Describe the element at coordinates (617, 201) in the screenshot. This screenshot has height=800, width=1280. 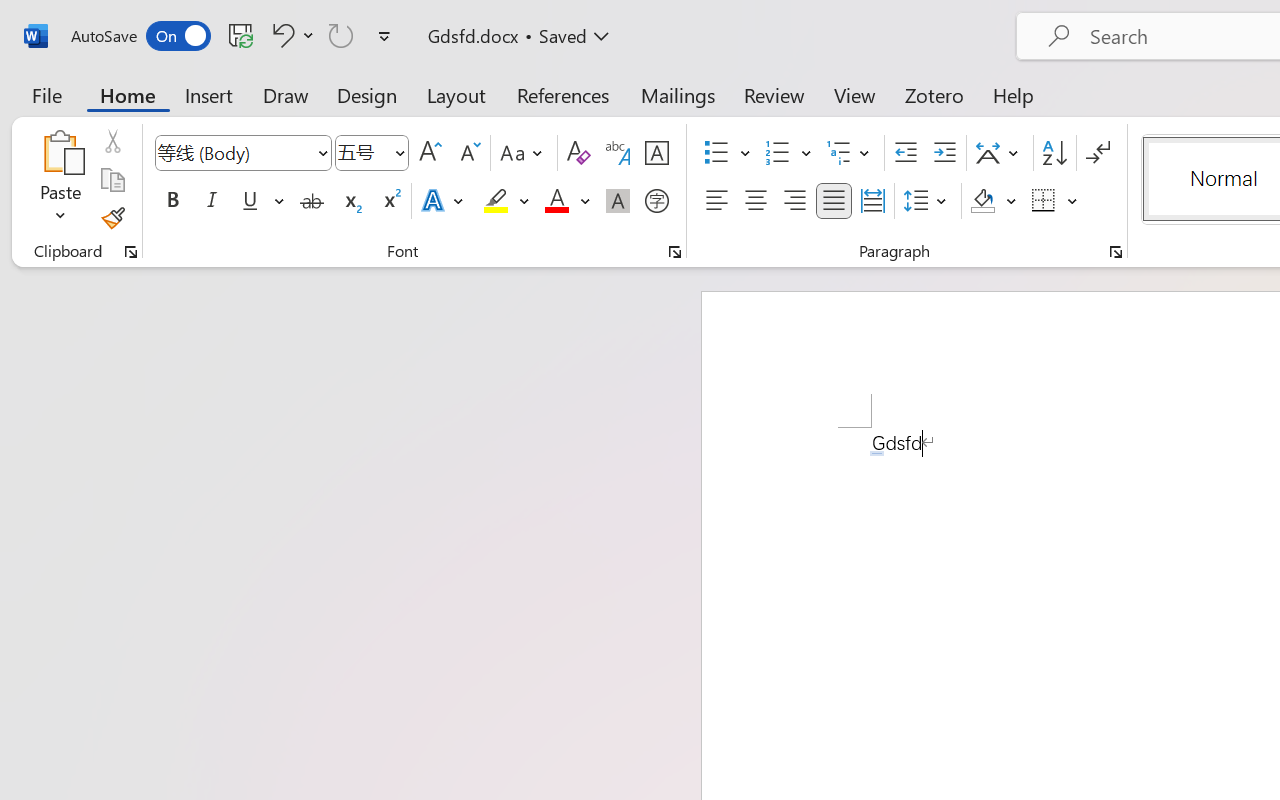
I see `'Character Shading'` at that location.